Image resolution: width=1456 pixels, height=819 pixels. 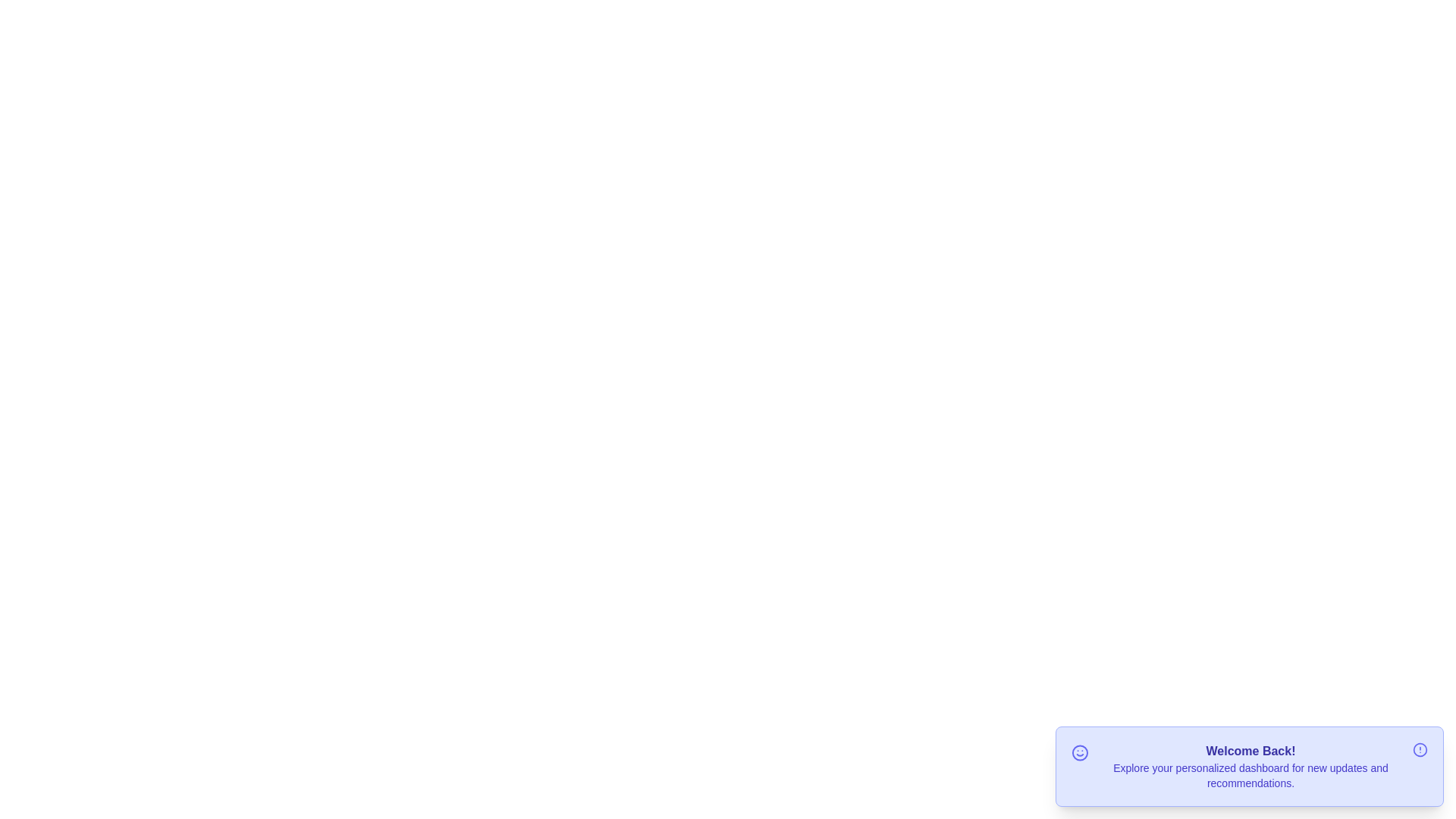 I want to click on the close button on the notification, so click(x=1419, y=748).